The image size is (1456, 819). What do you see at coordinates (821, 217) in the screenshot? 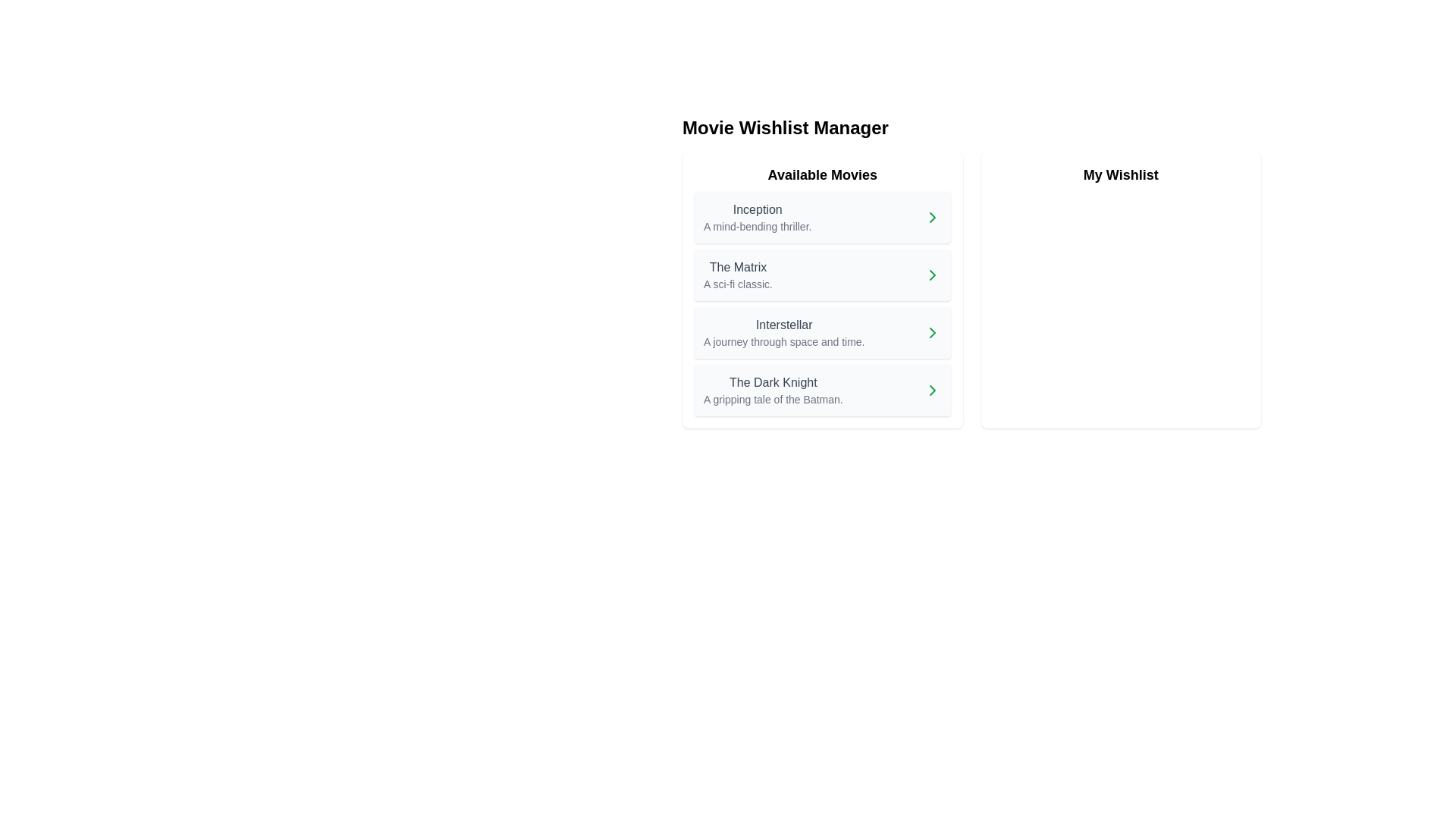
I see `the bold title 'Inception' in the first list item of the 'Available Movies' section` at bounding box center [821, 217].